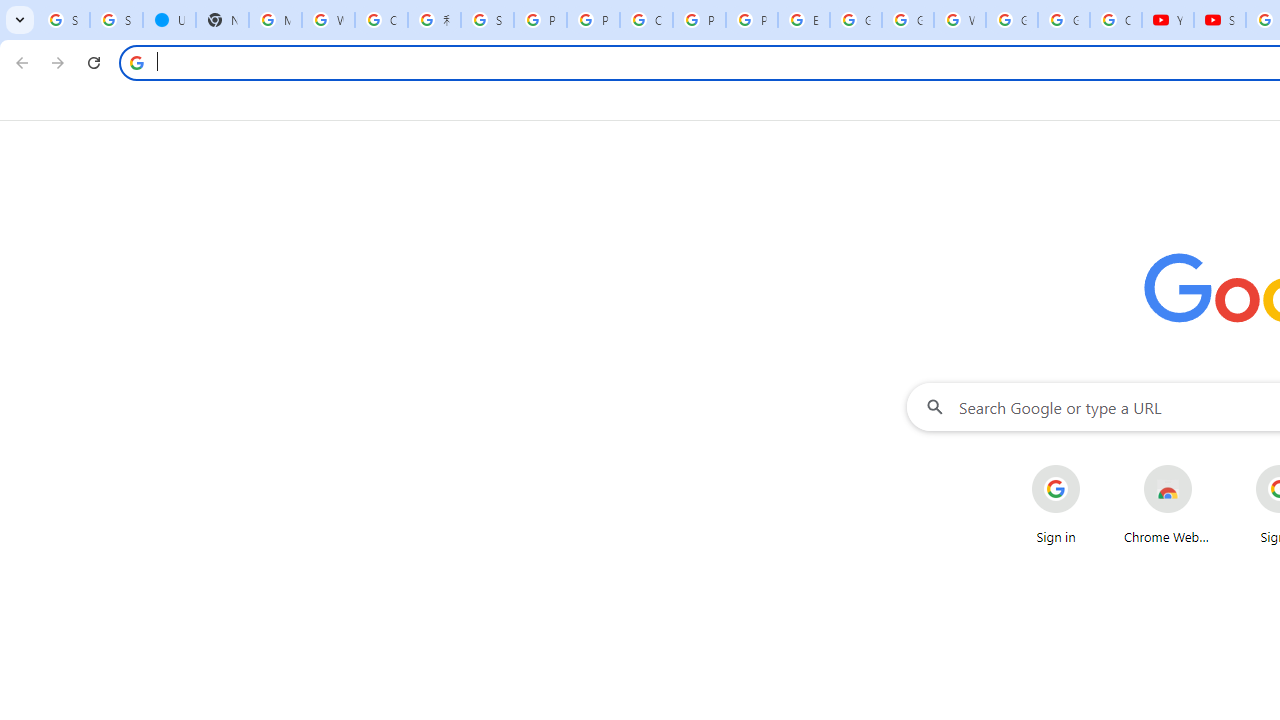  I want to click on 'YouTube', so click(1168, 20).